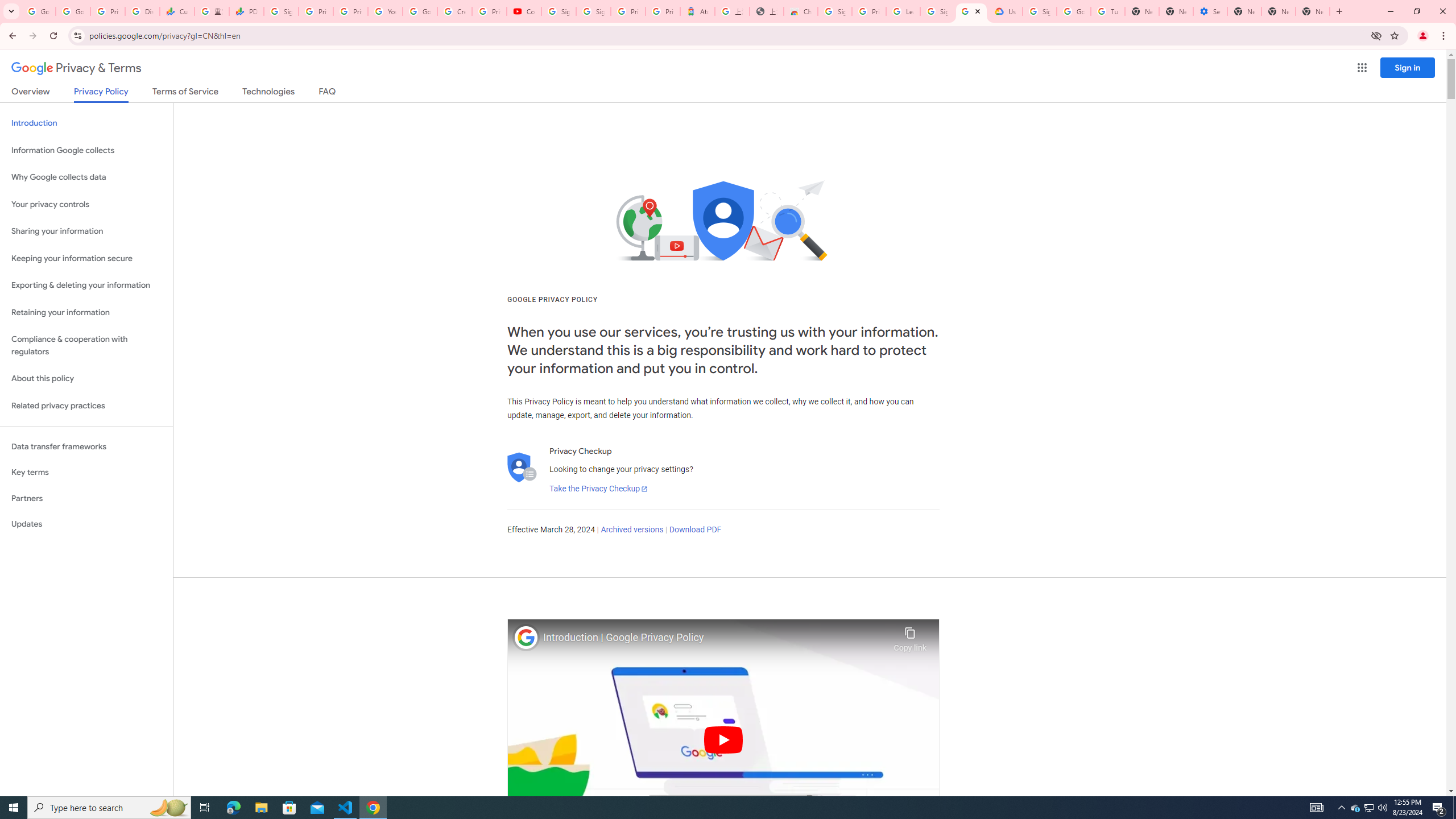 This screenshot has height=819, width=1456. I want to click on 'Settings - Addresses and more', so click(1210, 11).